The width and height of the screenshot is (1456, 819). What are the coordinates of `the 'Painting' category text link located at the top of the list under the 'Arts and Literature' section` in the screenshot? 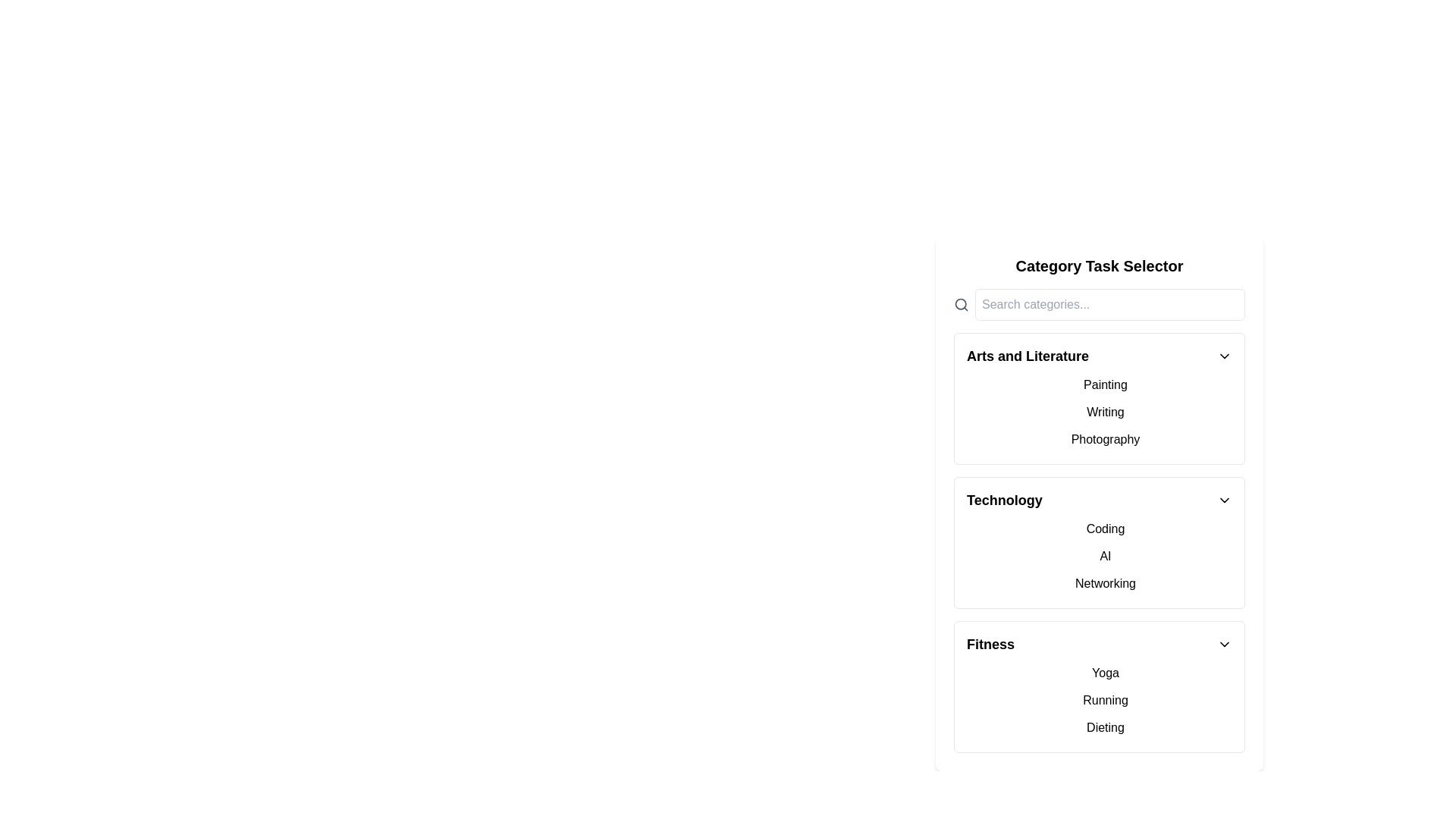 It's located at (1106, 384).